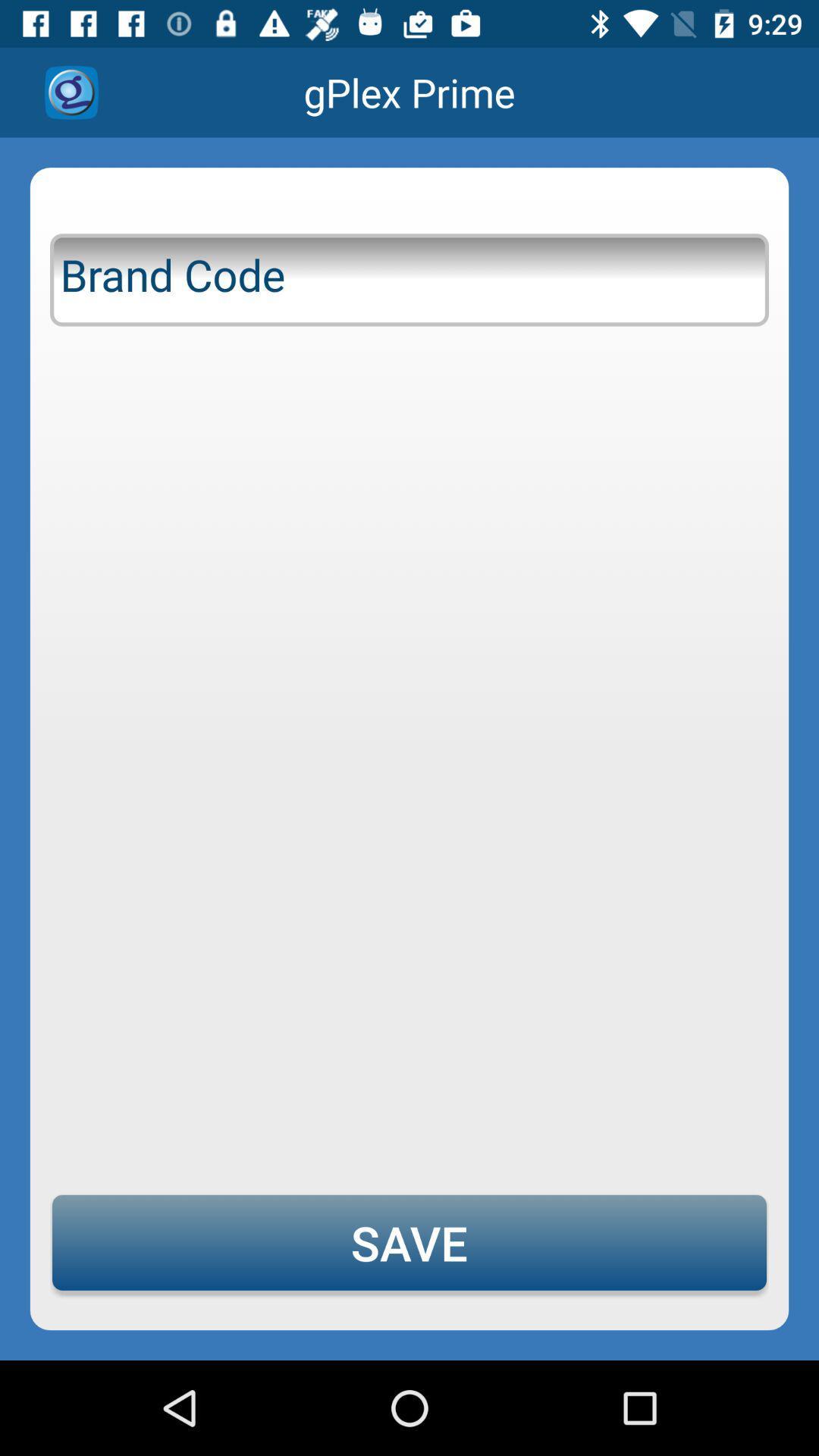 This screenshot has height=1456, width=819. What do you see at coordinates (409, 277) in the screenshot?
I see `brand code text` at bounding box center [409, 277].